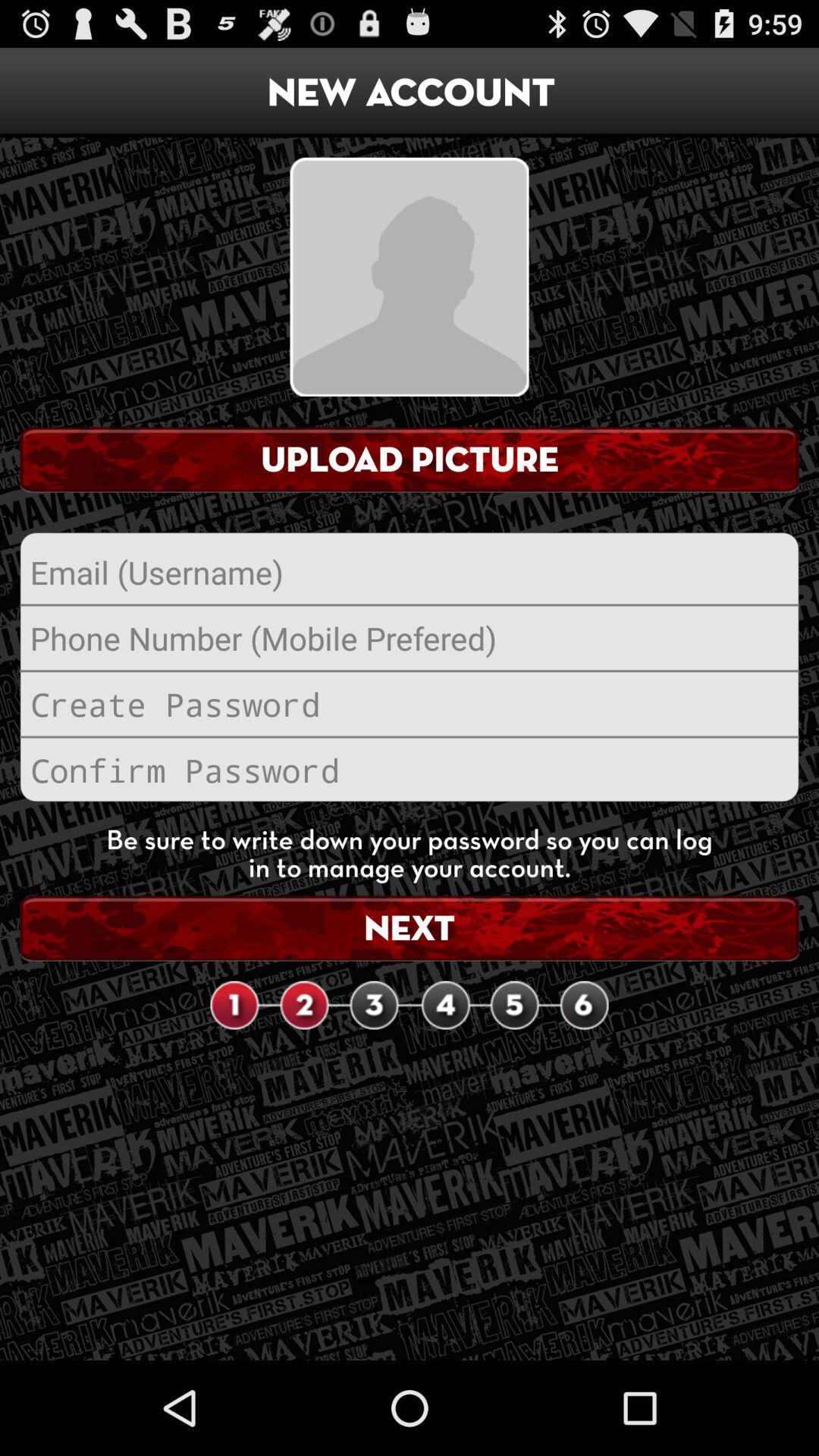  What do you see at coordinates (409, 770) in the screenshot?
I see `password` at bounding box center [409, 770].